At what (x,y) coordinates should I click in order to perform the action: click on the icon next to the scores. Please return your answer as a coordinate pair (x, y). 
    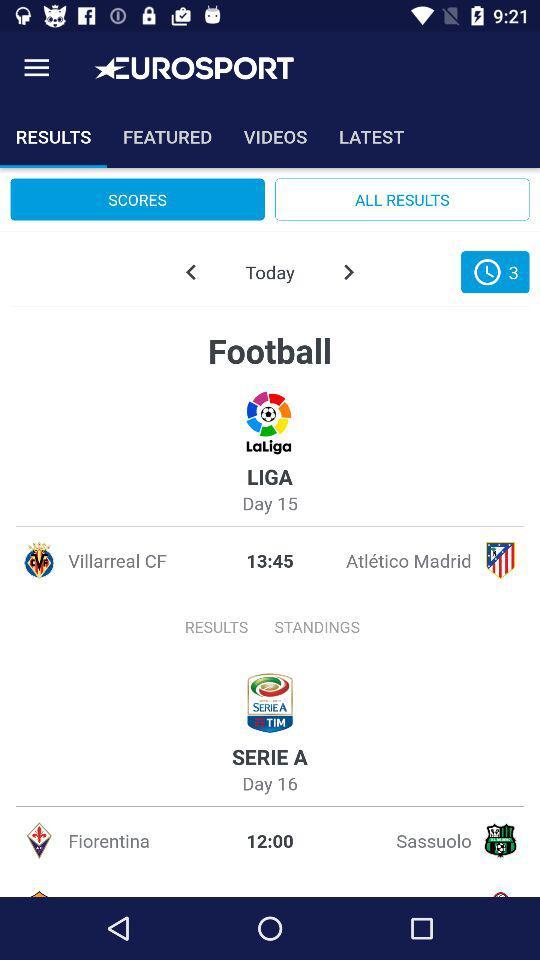
    Looking at the image, I should click on (402, 199).